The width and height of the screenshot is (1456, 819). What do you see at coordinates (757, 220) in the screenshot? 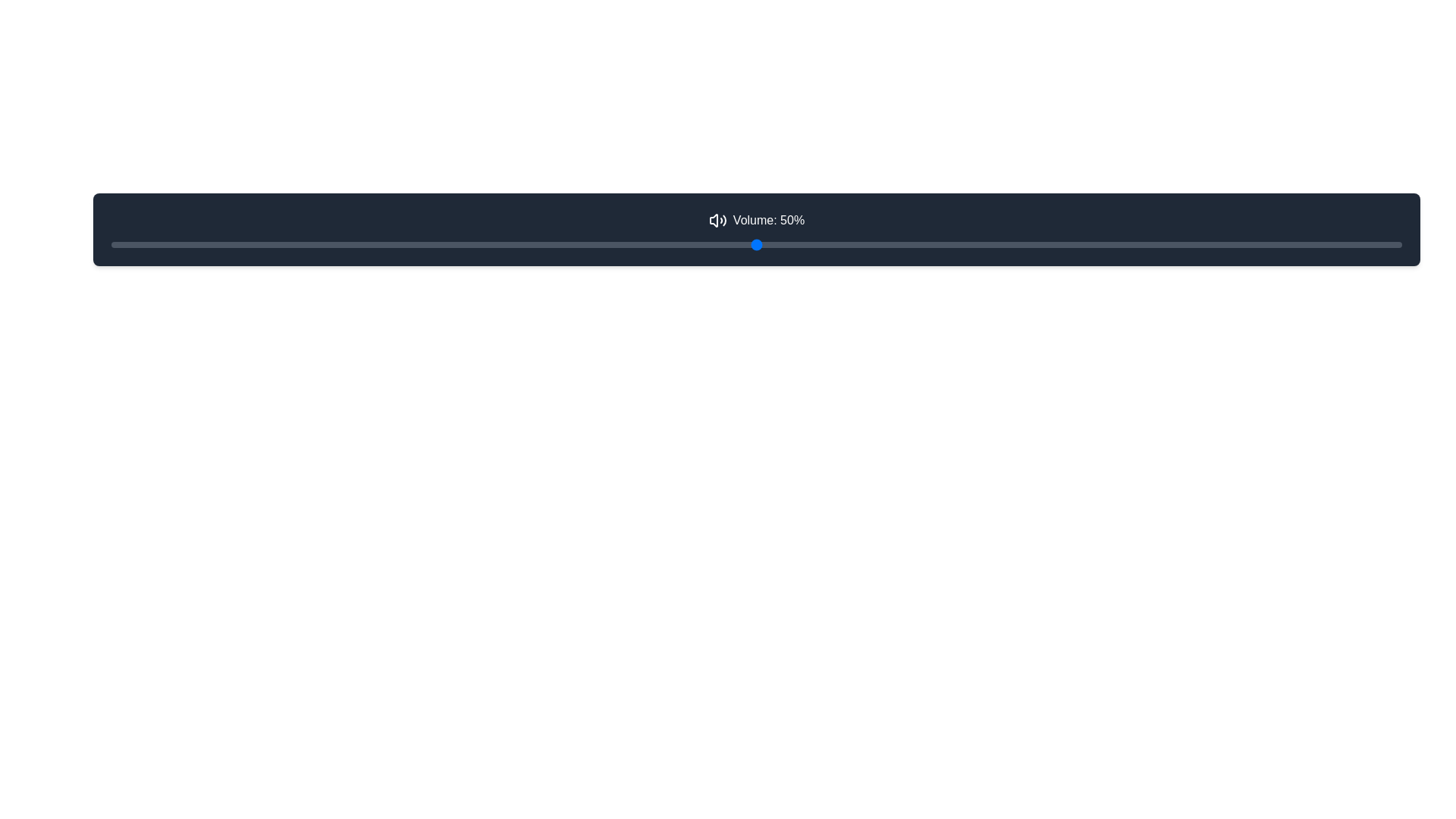
I see `the Text label displaying 'Volume: 50%' with a speaker icon` at bounding box center [757, 220].